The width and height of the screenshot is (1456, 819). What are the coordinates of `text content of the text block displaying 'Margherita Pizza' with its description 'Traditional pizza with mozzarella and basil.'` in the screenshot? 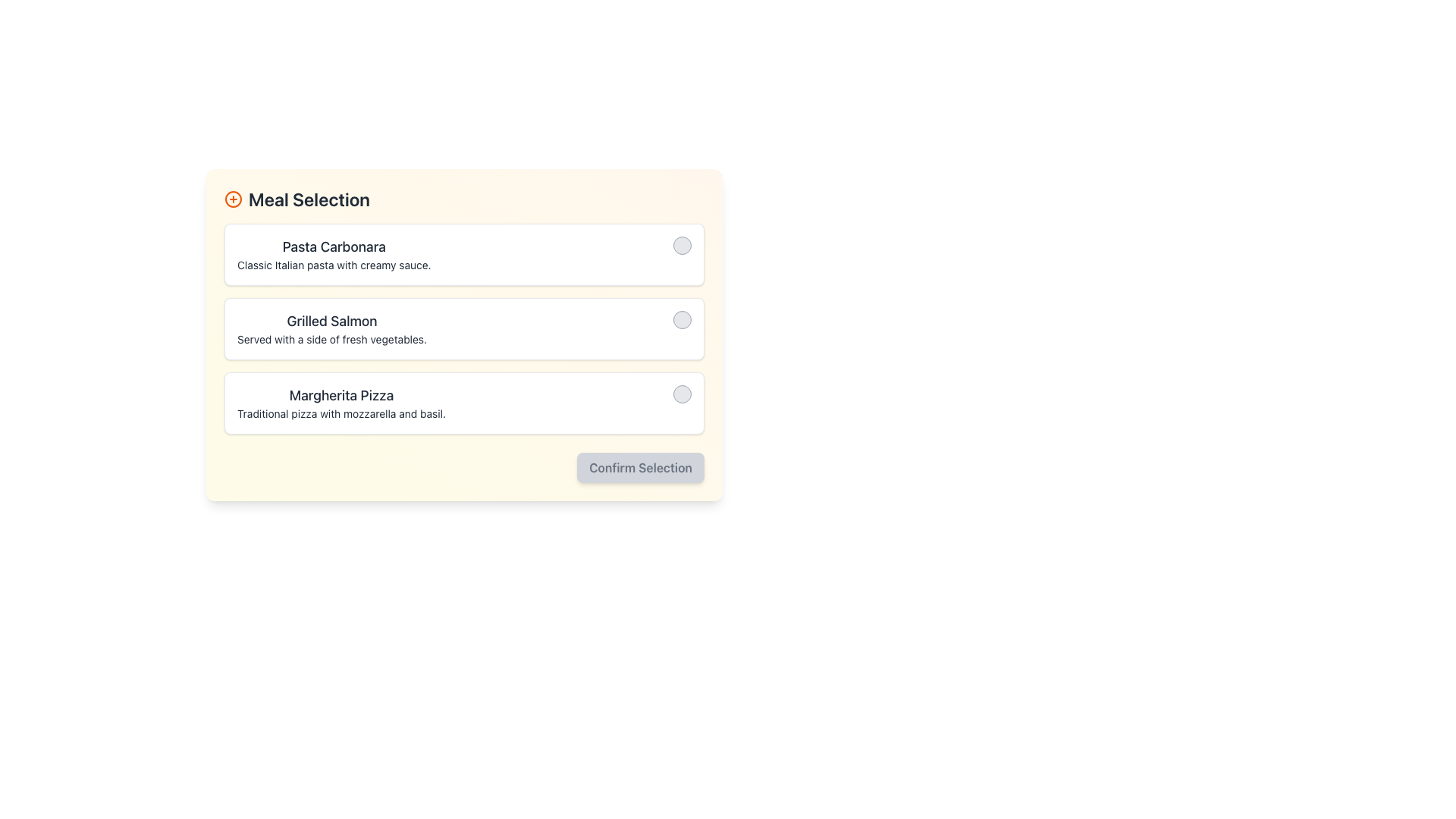 It's located at (340, 403).